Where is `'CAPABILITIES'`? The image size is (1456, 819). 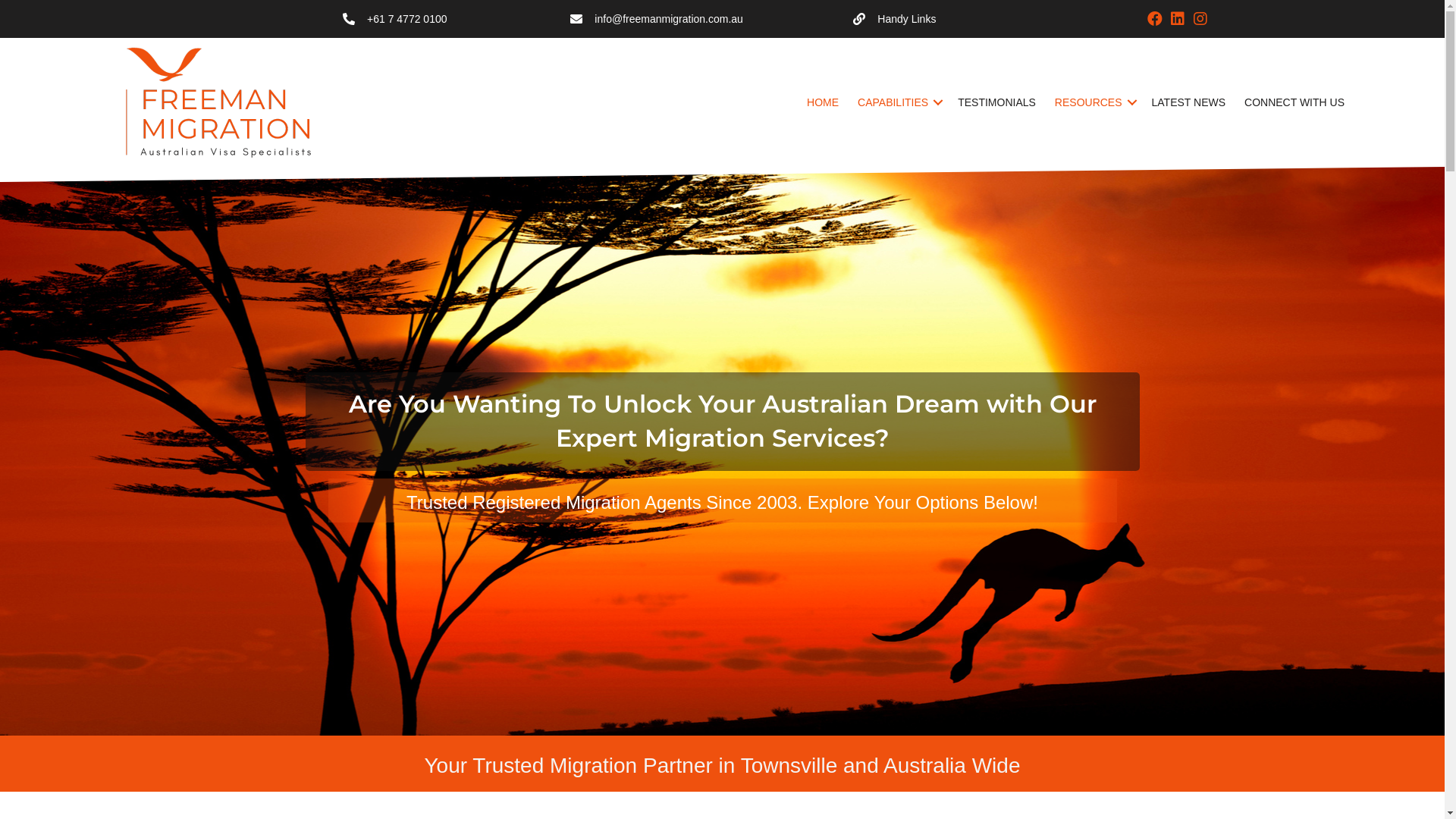 'CAPABILITIES' is located at coordinates (898, 102).